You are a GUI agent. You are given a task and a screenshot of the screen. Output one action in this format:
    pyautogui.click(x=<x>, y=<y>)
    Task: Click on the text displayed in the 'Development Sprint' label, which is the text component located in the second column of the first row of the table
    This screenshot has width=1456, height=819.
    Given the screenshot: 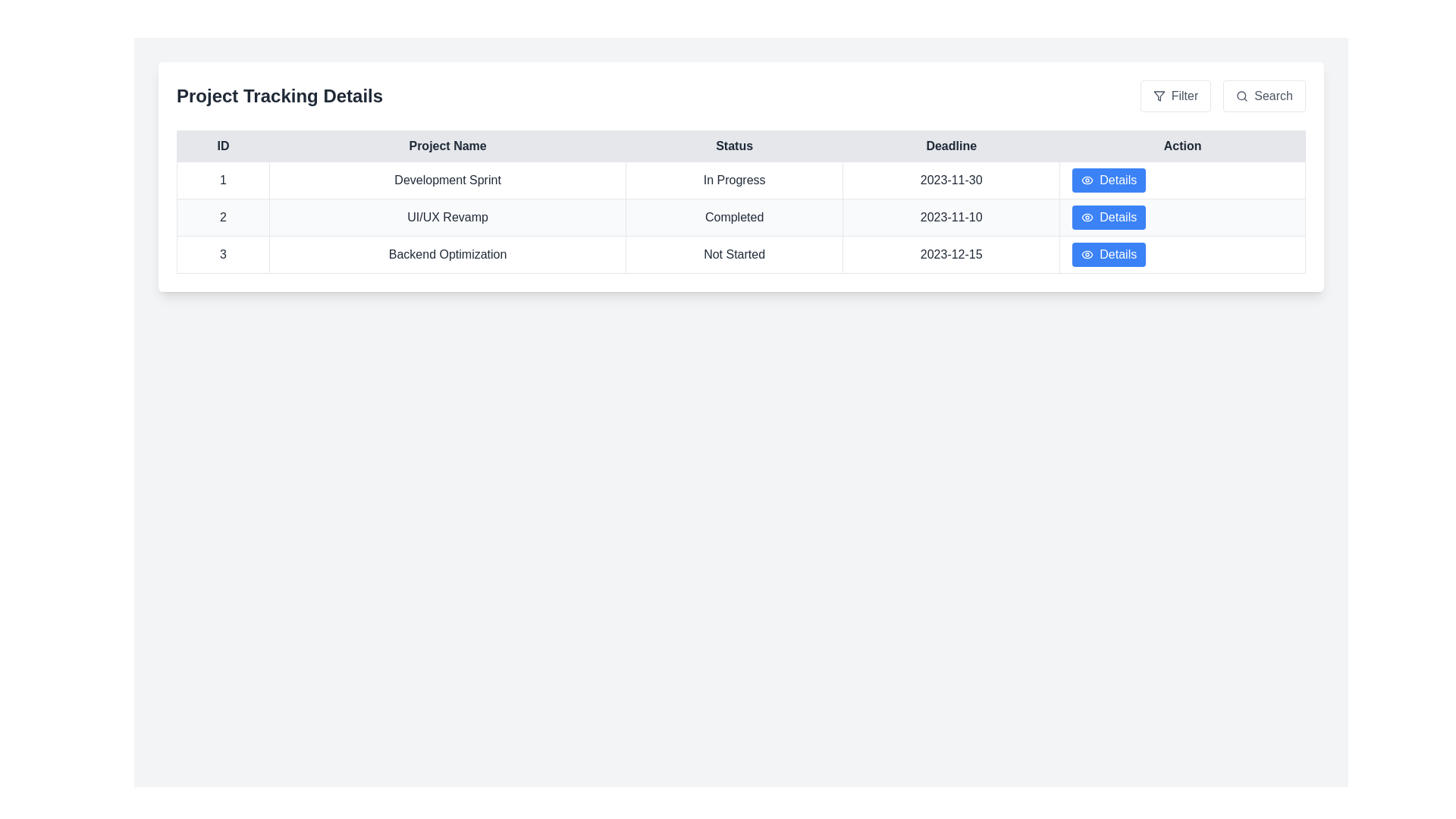 What is the action you would take?
    pyautogui.click(x=447, y=180)
    